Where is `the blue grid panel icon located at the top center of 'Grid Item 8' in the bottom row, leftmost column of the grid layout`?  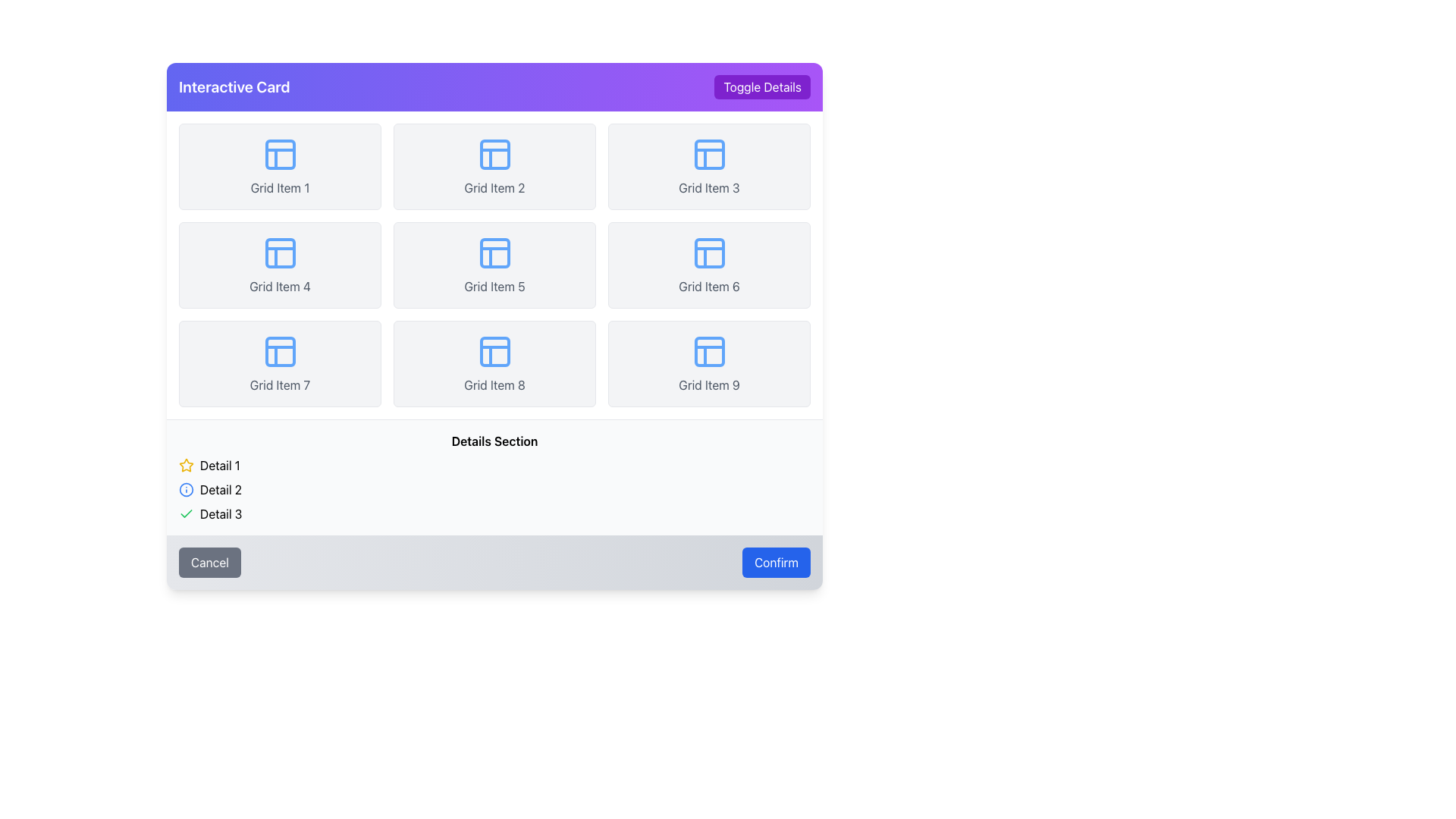
the blue grid panel icon located at the top center of 'Grid Item 8' in the bottom row, leftmost column of the grid layout is located at coordinates (494, 351).